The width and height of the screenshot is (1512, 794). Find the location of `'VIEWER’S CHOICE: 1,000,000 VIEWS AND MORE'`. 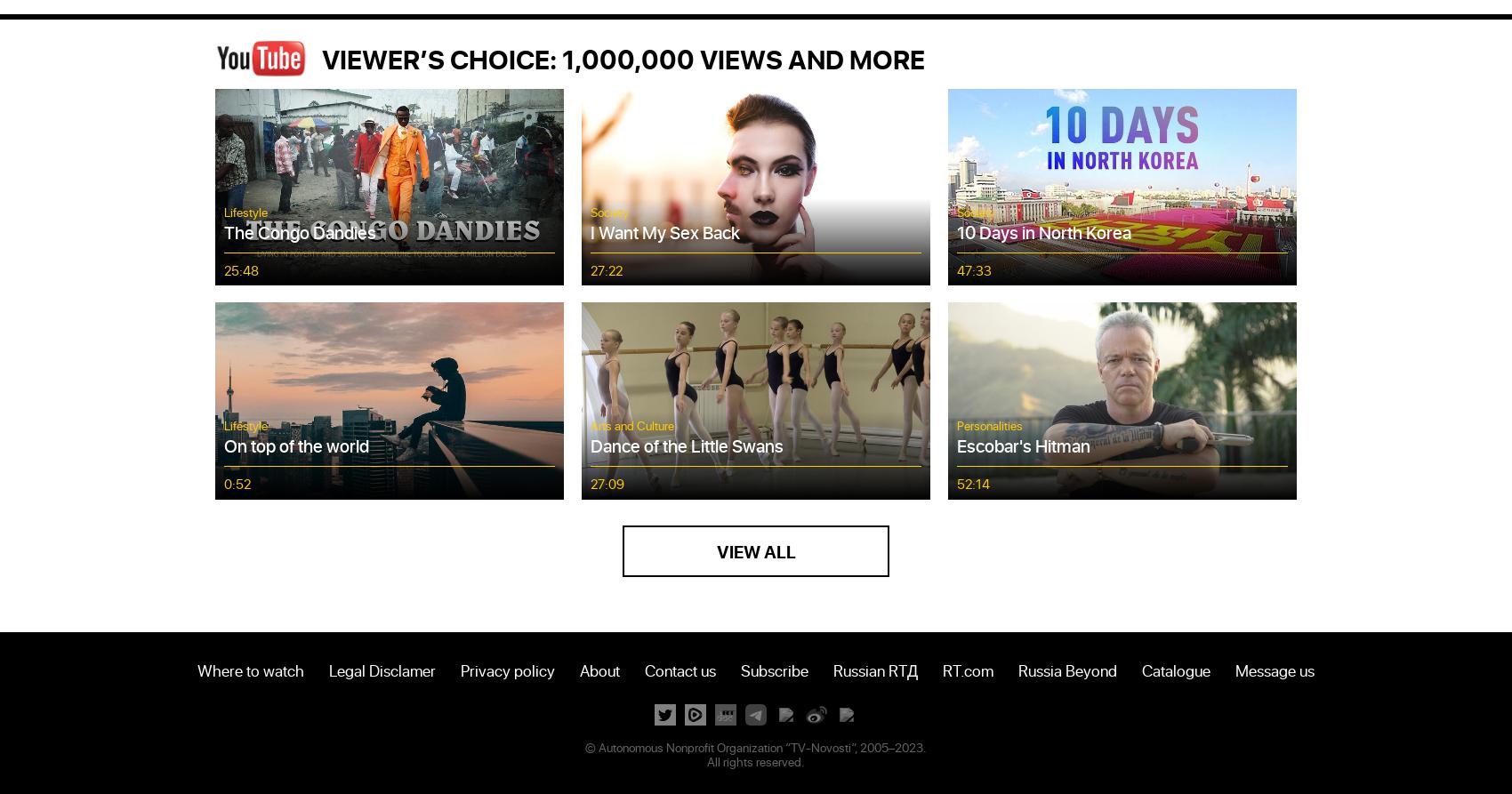

'VIEWER’S CHOICE: 1,000,000 VIEWS AND MORE' is located at coordinates (623, 58).